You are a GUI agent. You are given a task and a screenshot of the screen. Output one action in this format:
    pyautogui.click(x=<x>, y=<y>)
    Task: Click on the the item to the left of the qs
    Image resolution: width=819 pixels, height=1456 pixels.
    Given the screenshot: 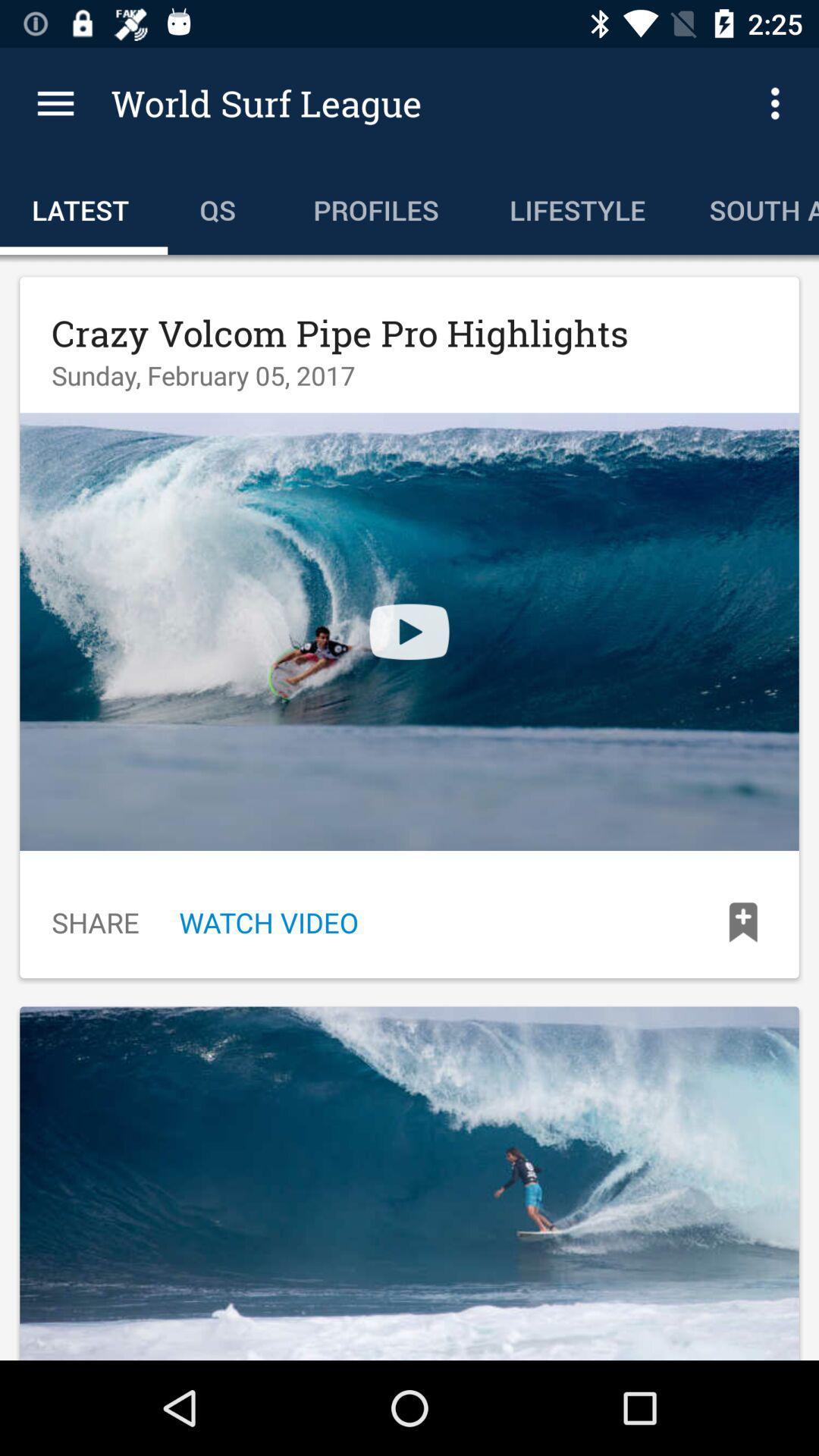 What is the action you would take?
    pyautogui.click(x=83, y=206)
    